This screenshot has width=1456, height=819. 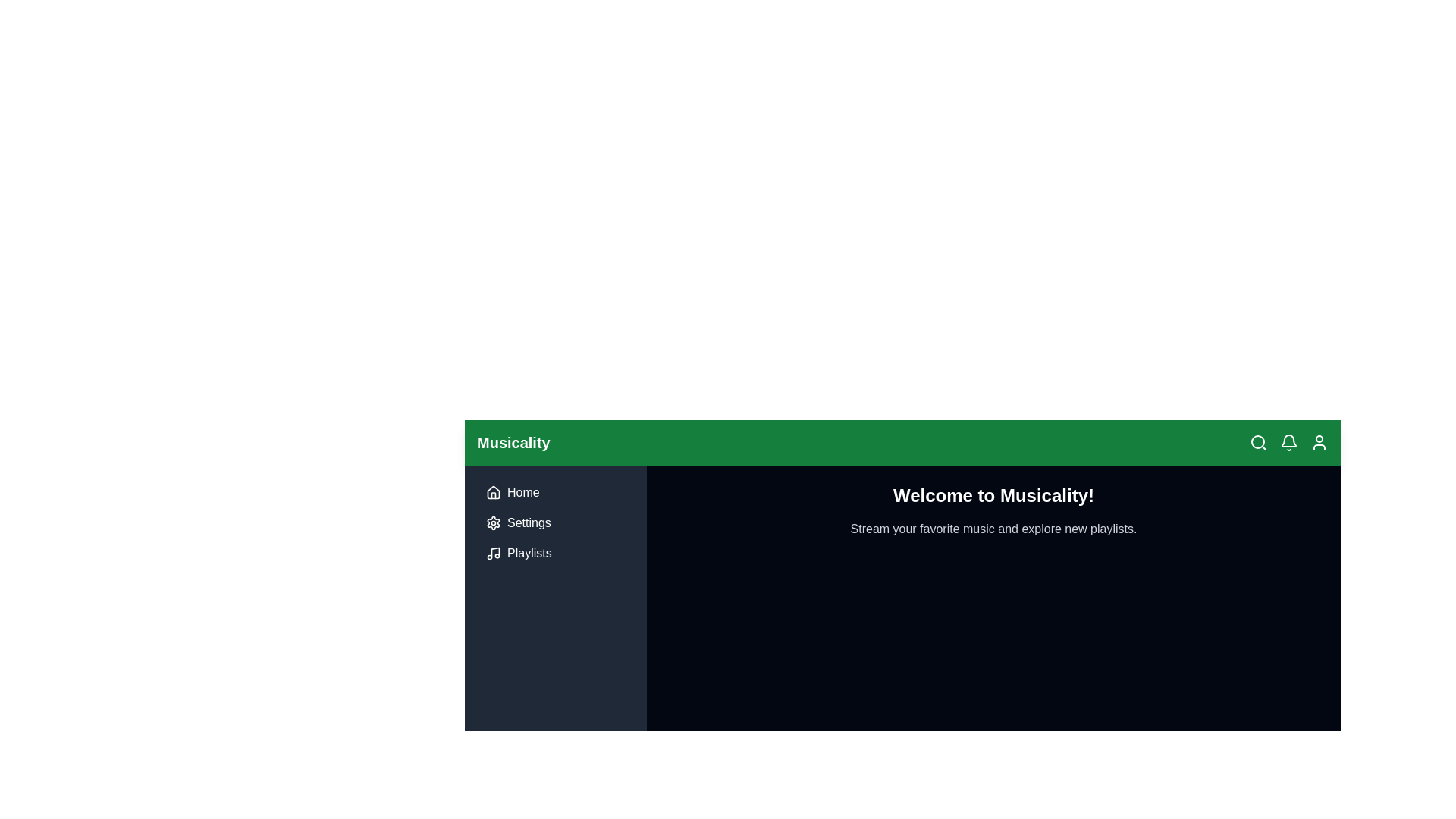 I want to click on the bell-shaped notification icon located in the top right corner of the app's navigation bar, so click(x=1288, y=441).